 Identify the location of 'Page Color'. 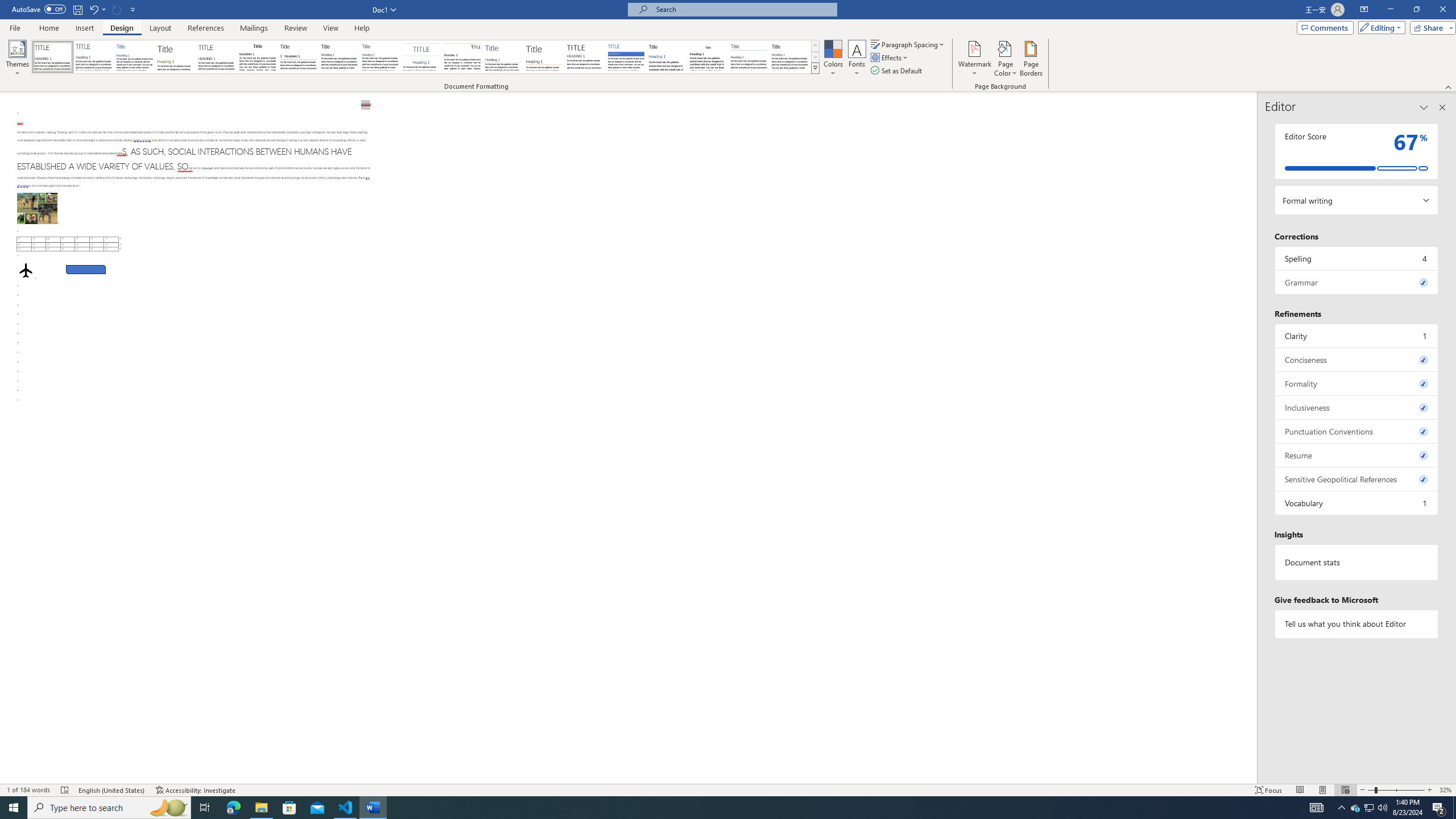
(1006, 59).